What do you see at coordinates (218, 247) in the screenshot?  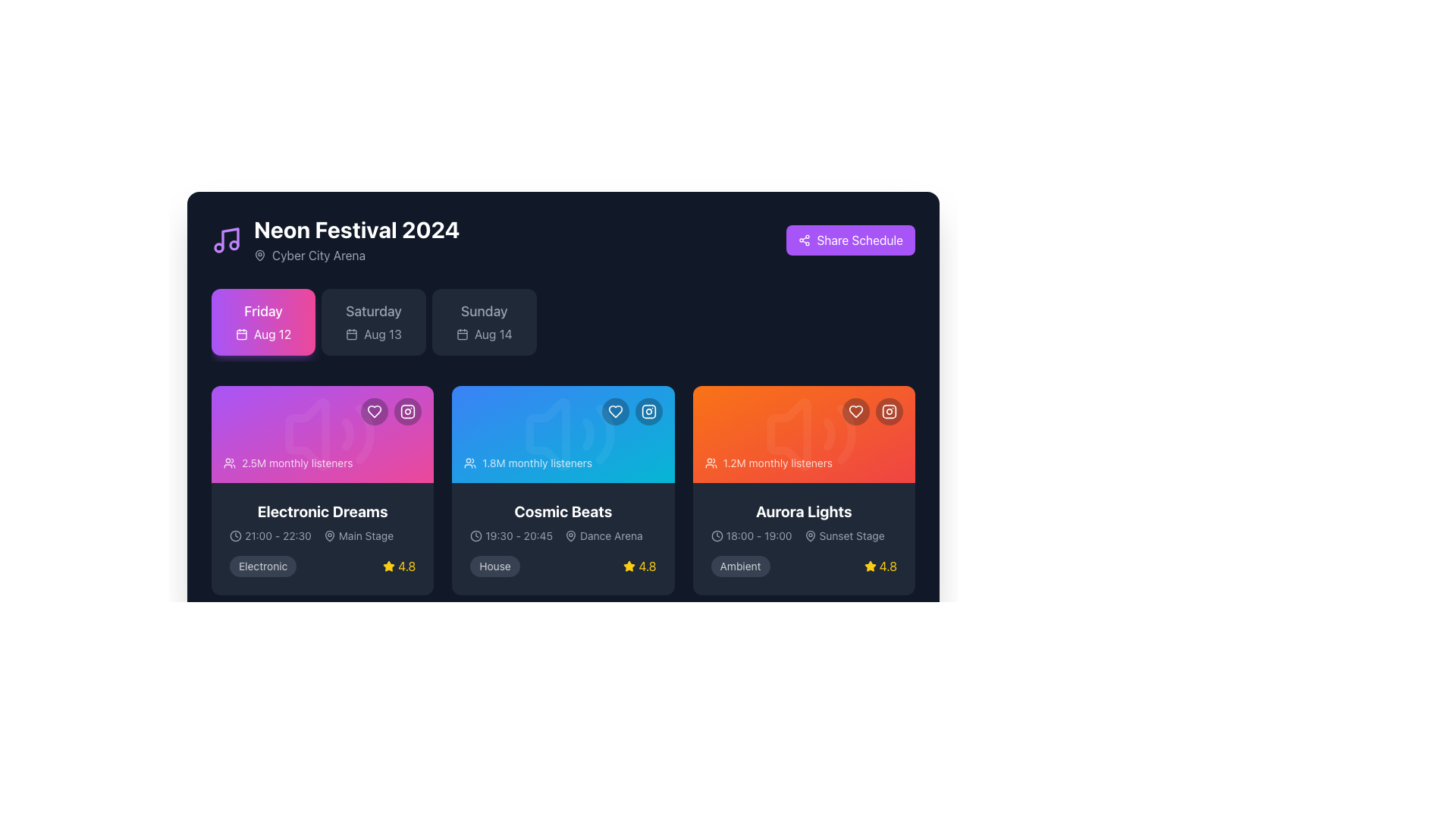 I see `the leftmost and lower circular component of the SVG music icon, which visually represents music and is located to the left of the header text 'Neon Festival 2024'` at bounding box center [218, 247].